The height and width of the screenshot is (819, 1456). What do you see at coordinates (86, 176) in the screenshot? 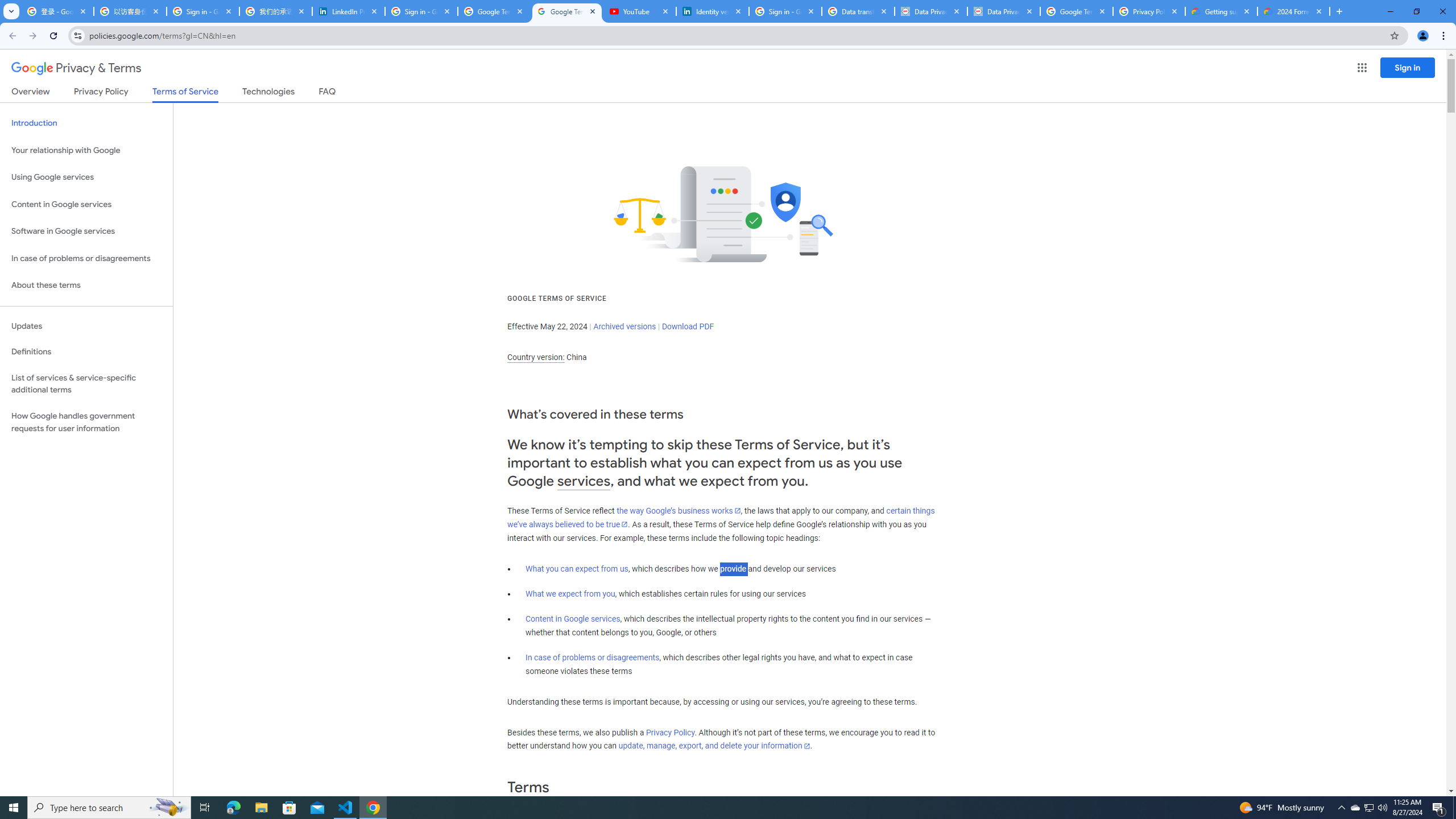
I see `'Using Google services'` at bounding box center [86, 176].